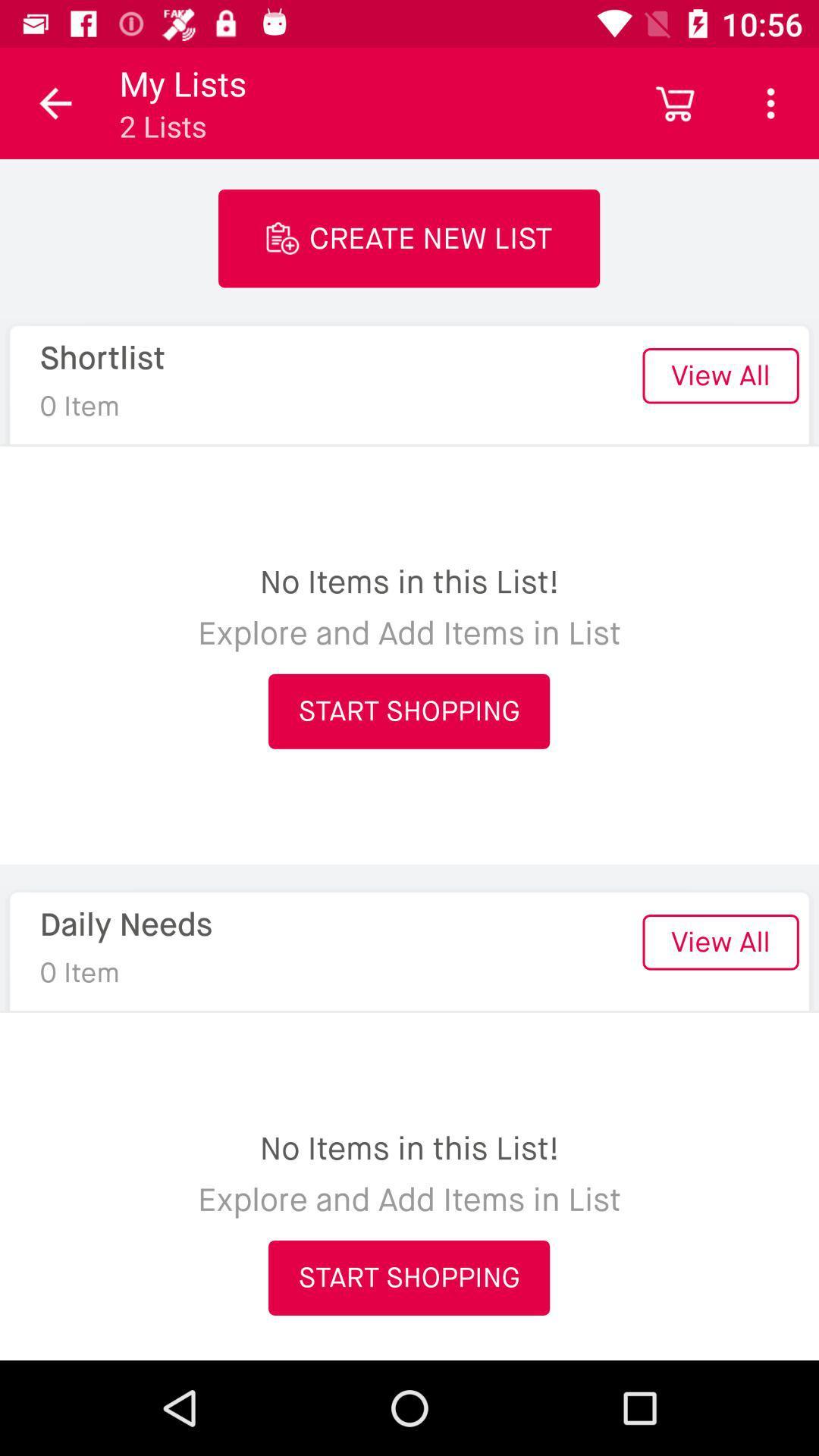 This screenshot has height=1456, width=819. I want to click on the create new list, so click(408, 237).